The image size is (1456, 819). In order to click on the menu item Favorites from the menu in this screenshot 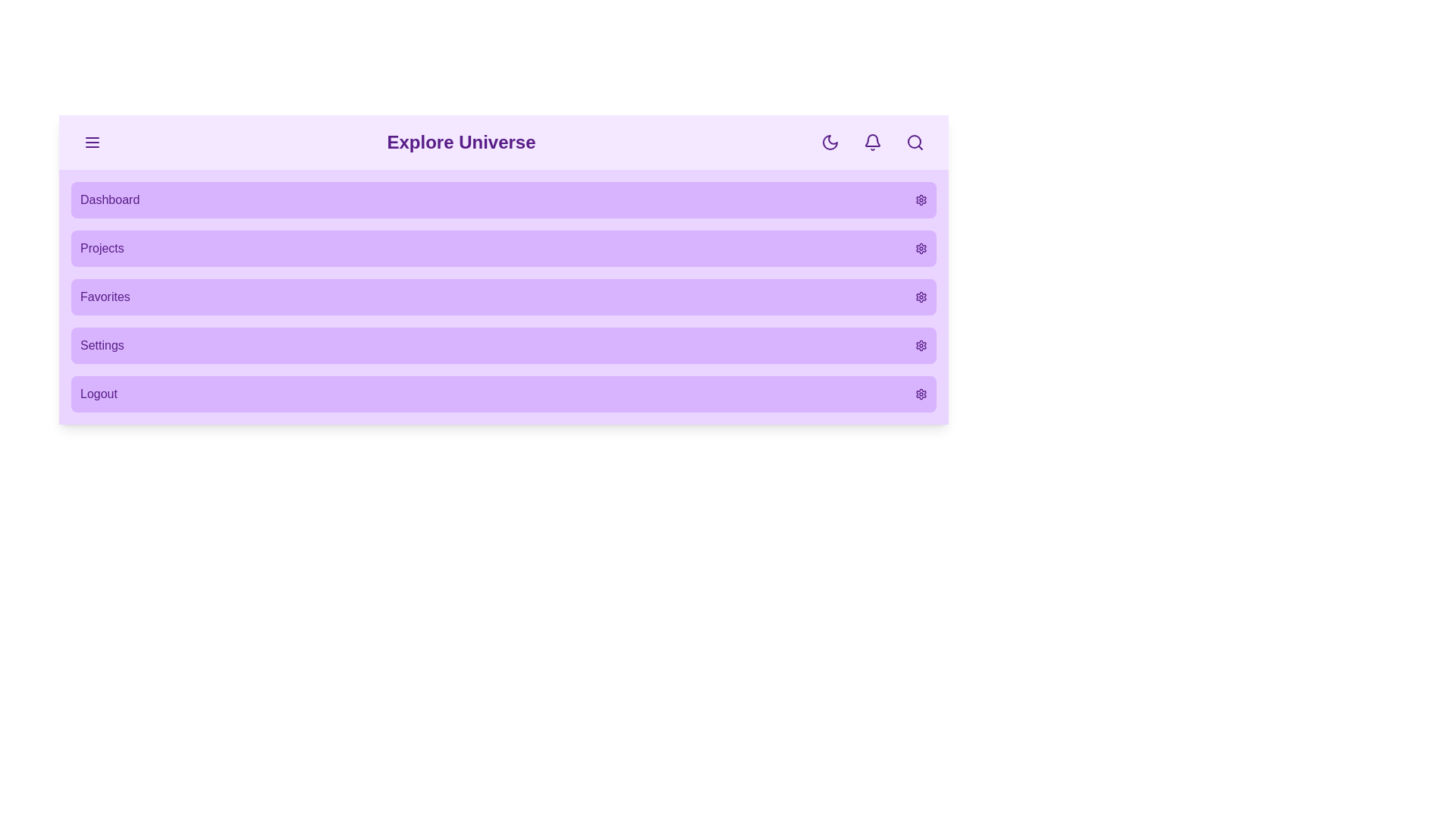, I will do `click(504, 297)`.